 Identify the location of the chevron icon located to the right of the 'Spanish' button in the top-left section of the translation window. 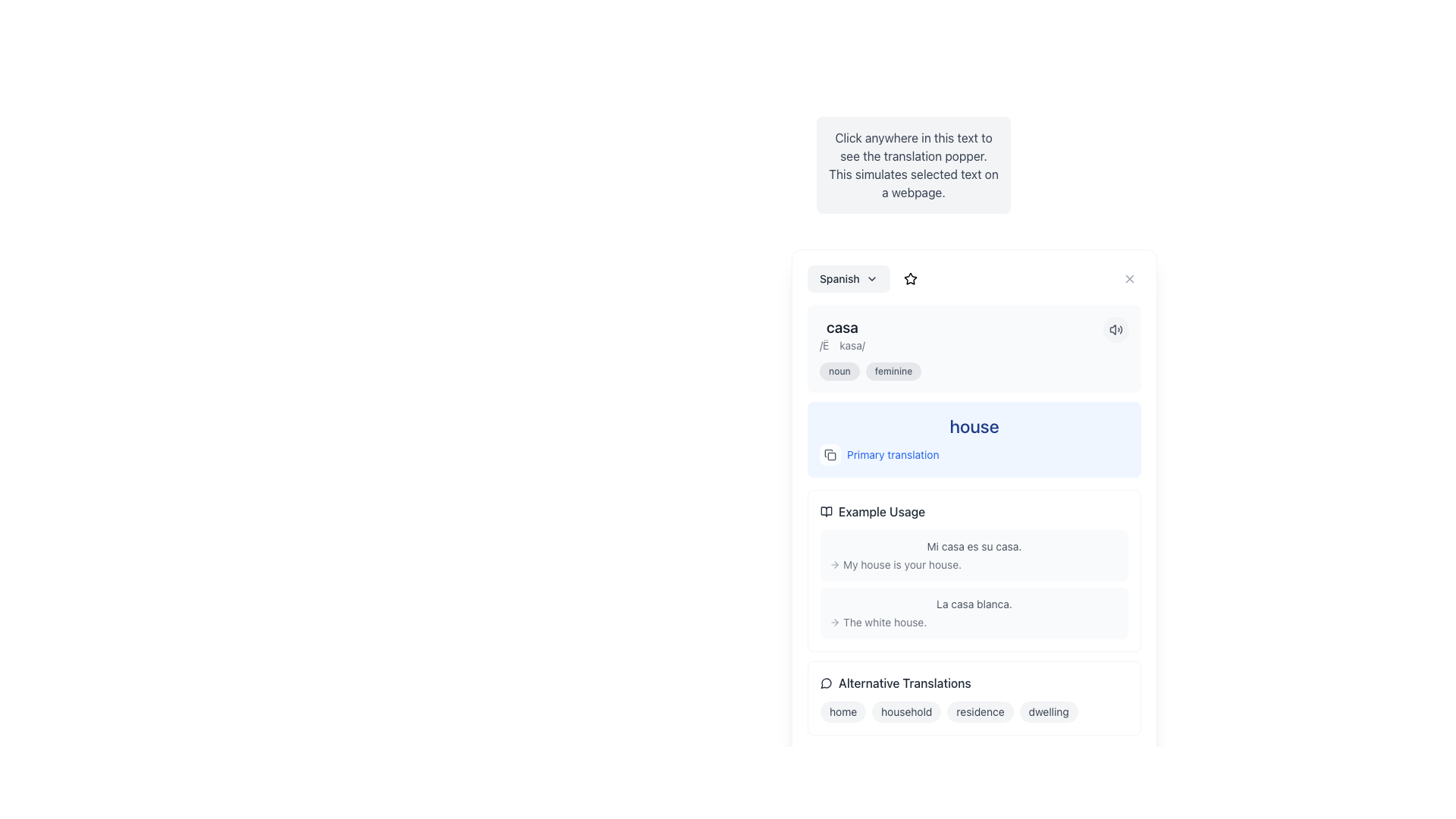
(871, 278).